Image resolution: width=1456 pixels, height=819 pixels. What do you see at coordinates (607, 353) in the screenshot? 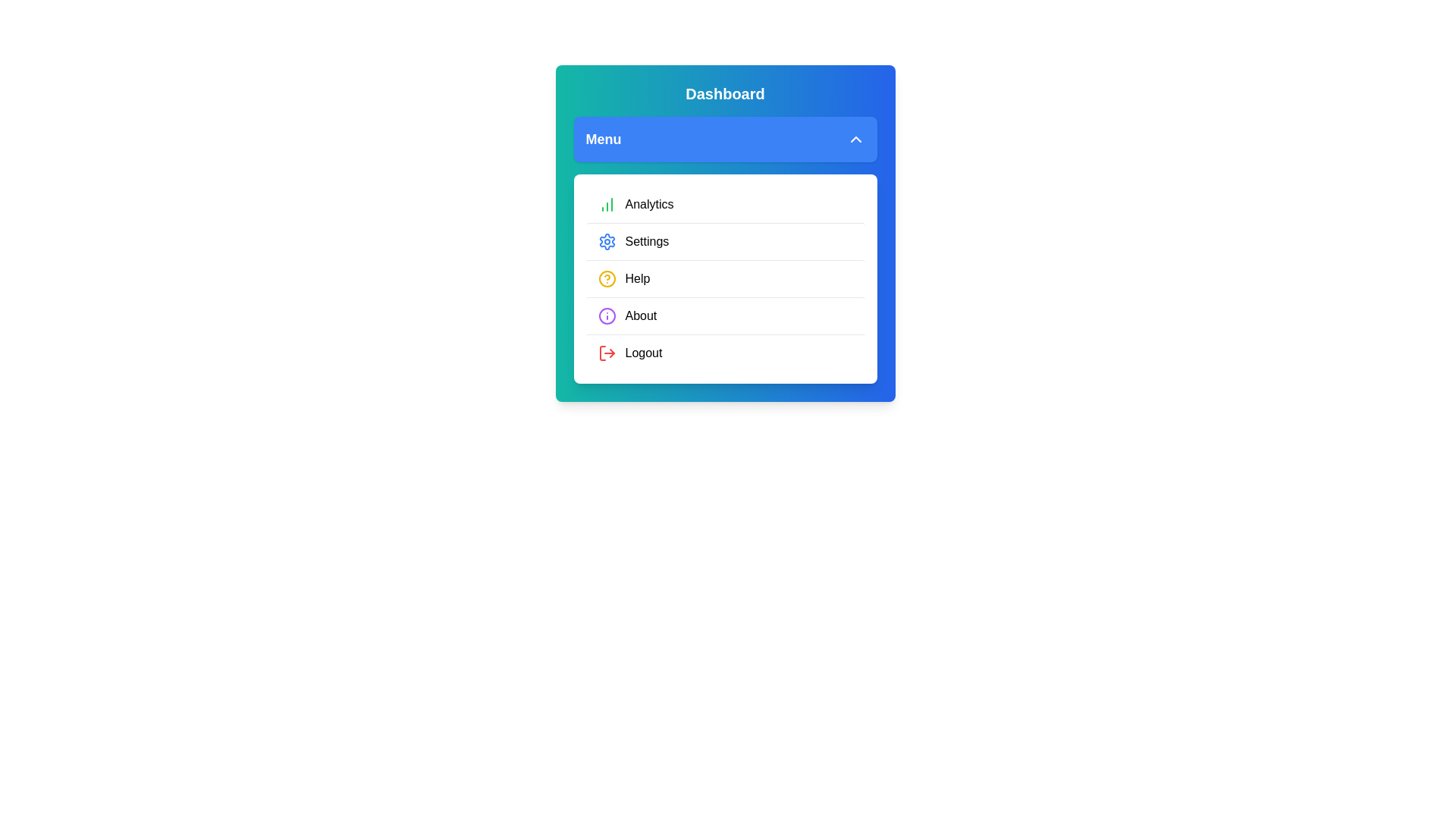
I see `the red logout arrow icon located to the left of the 'Logout' text in the dropdown menu` at bounding box center [607, 353].